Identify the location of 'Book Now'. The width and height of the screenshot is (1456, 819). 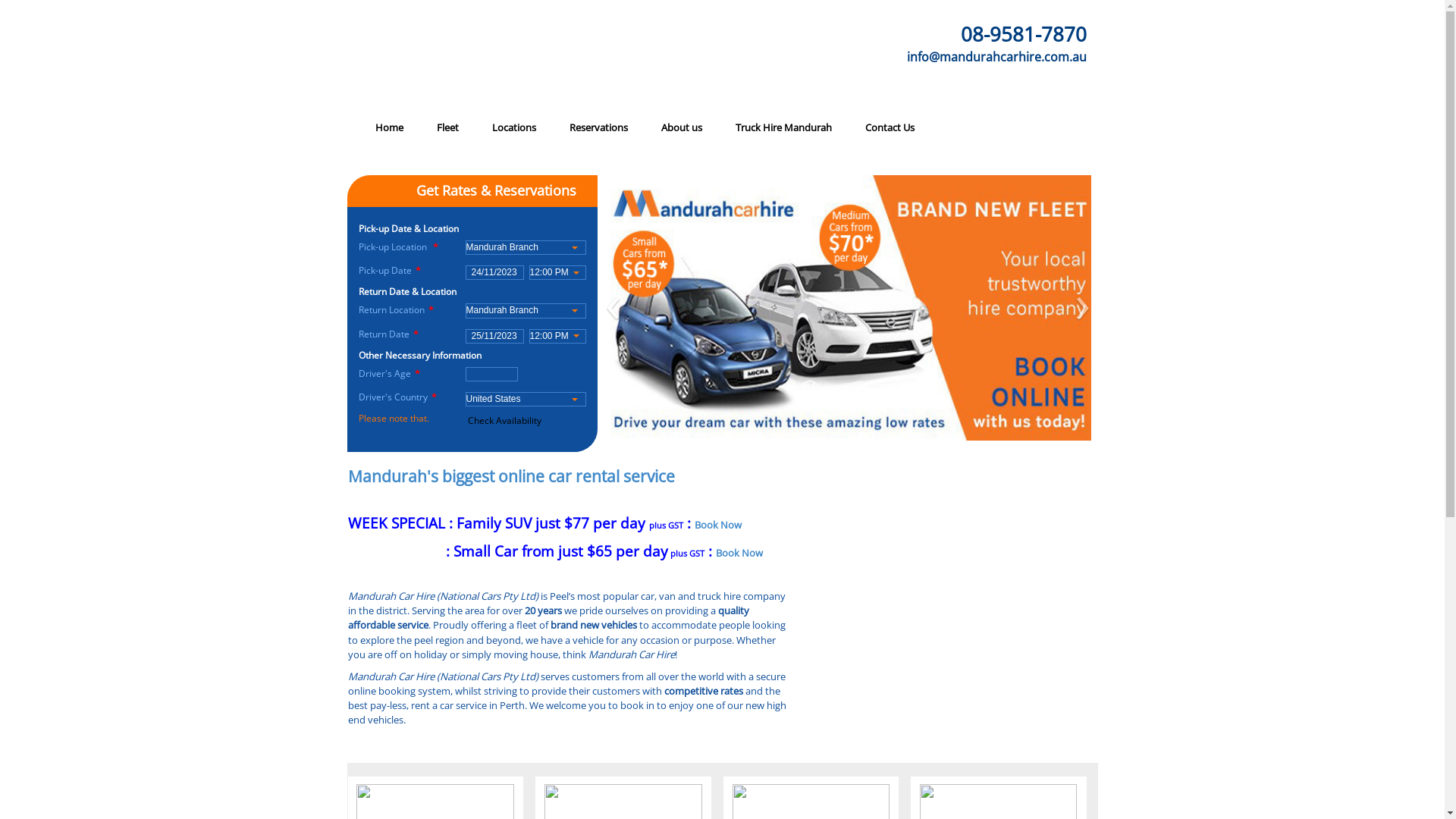
(717, 523).